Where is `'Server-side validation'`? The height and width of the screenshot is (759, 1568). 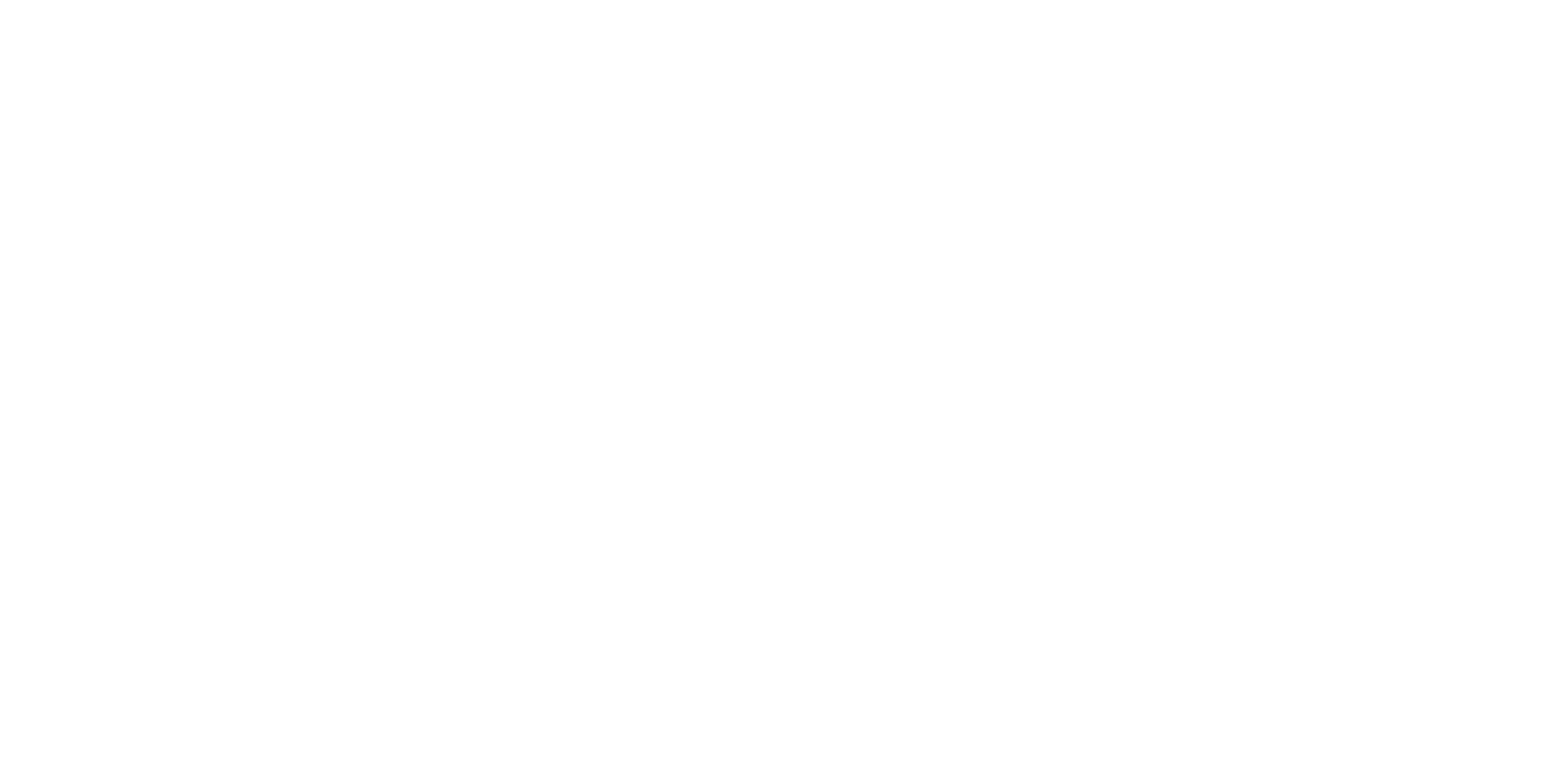 'Server-side validation' is located at coordinates (435, 600).